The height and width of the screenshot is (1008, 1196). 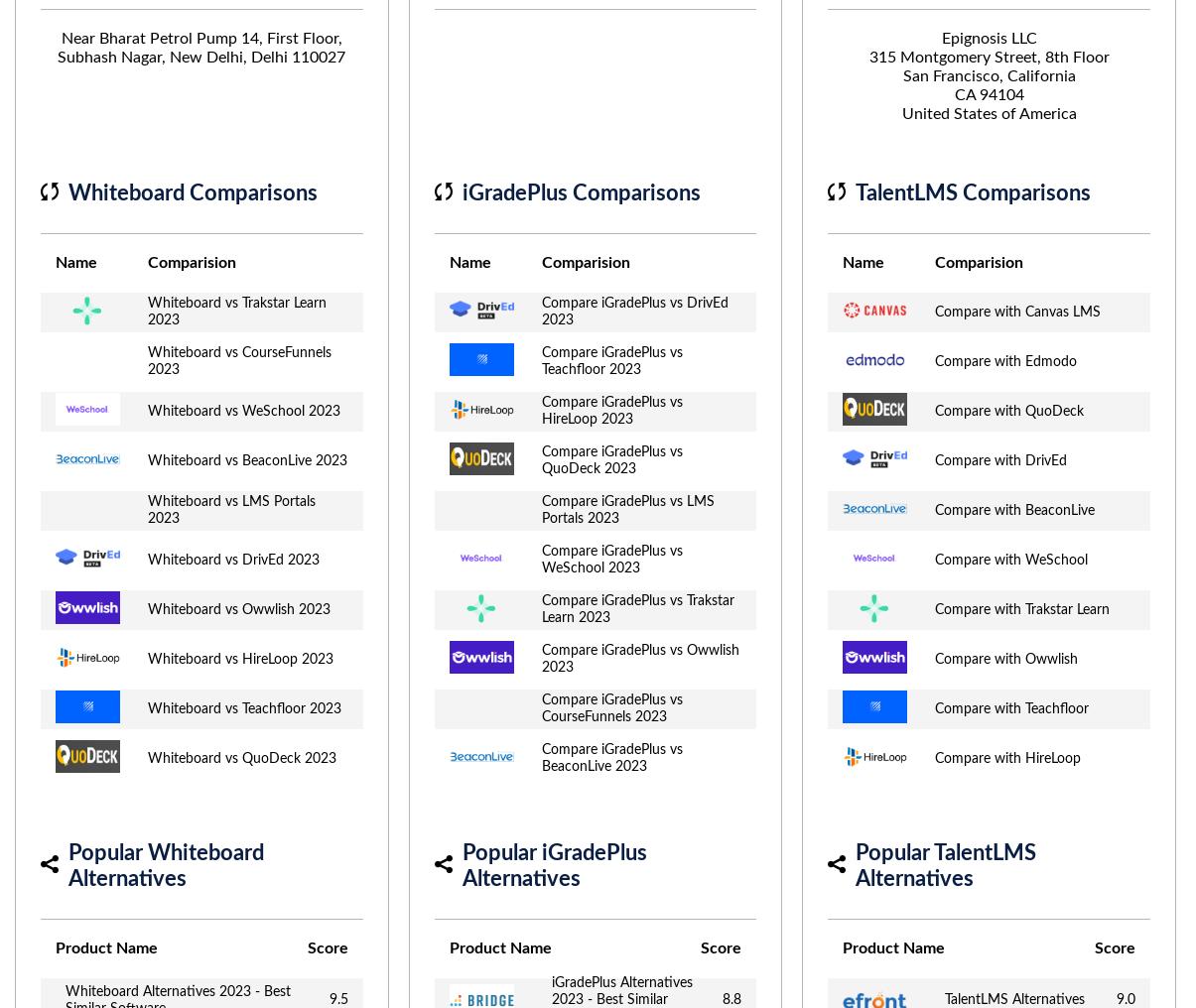 I want to click on 'Compare with DrivEd', so click(x=1000, y=460).